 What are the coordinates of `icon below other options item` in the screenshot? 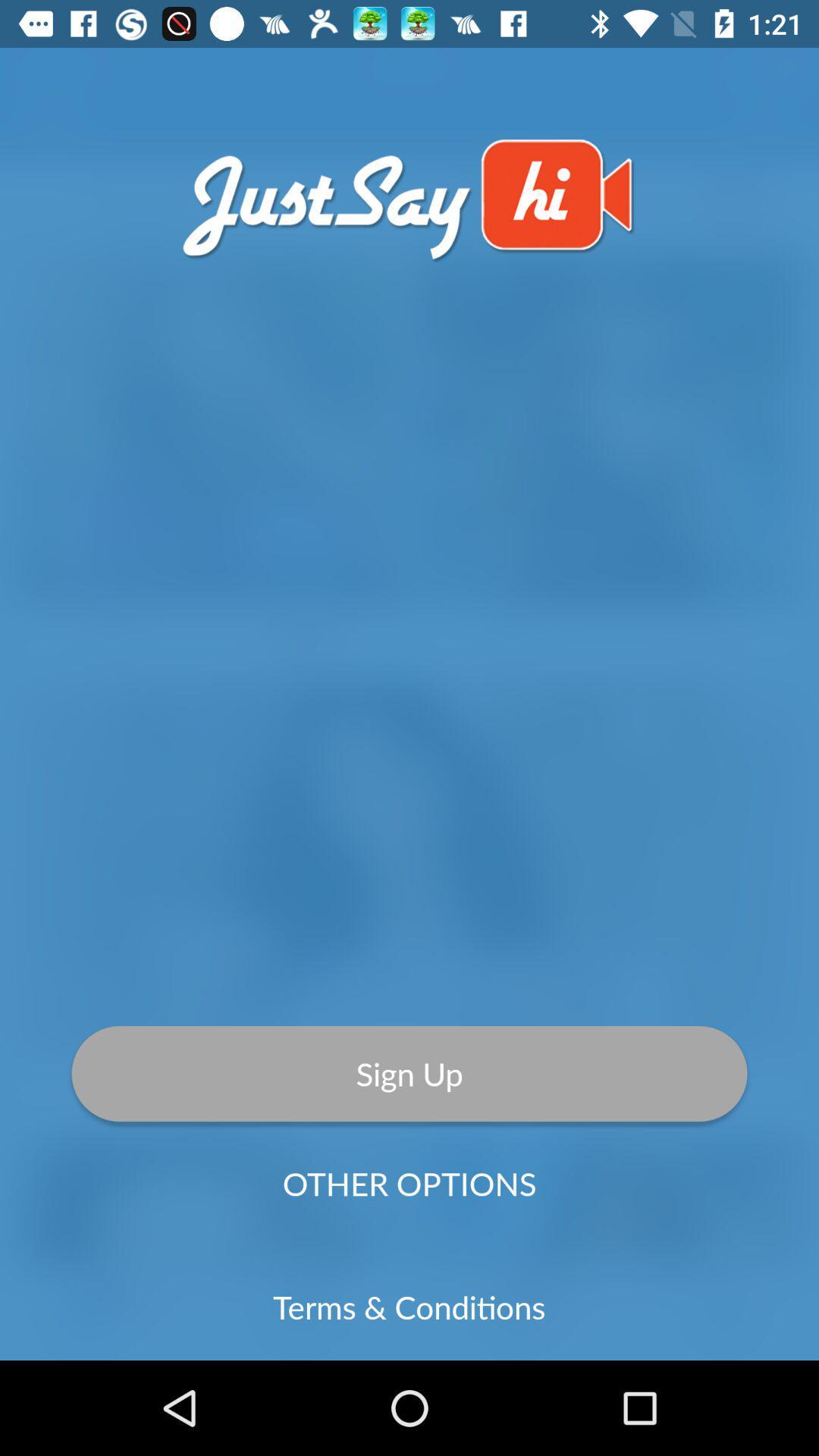 It's located at (408, 1306).